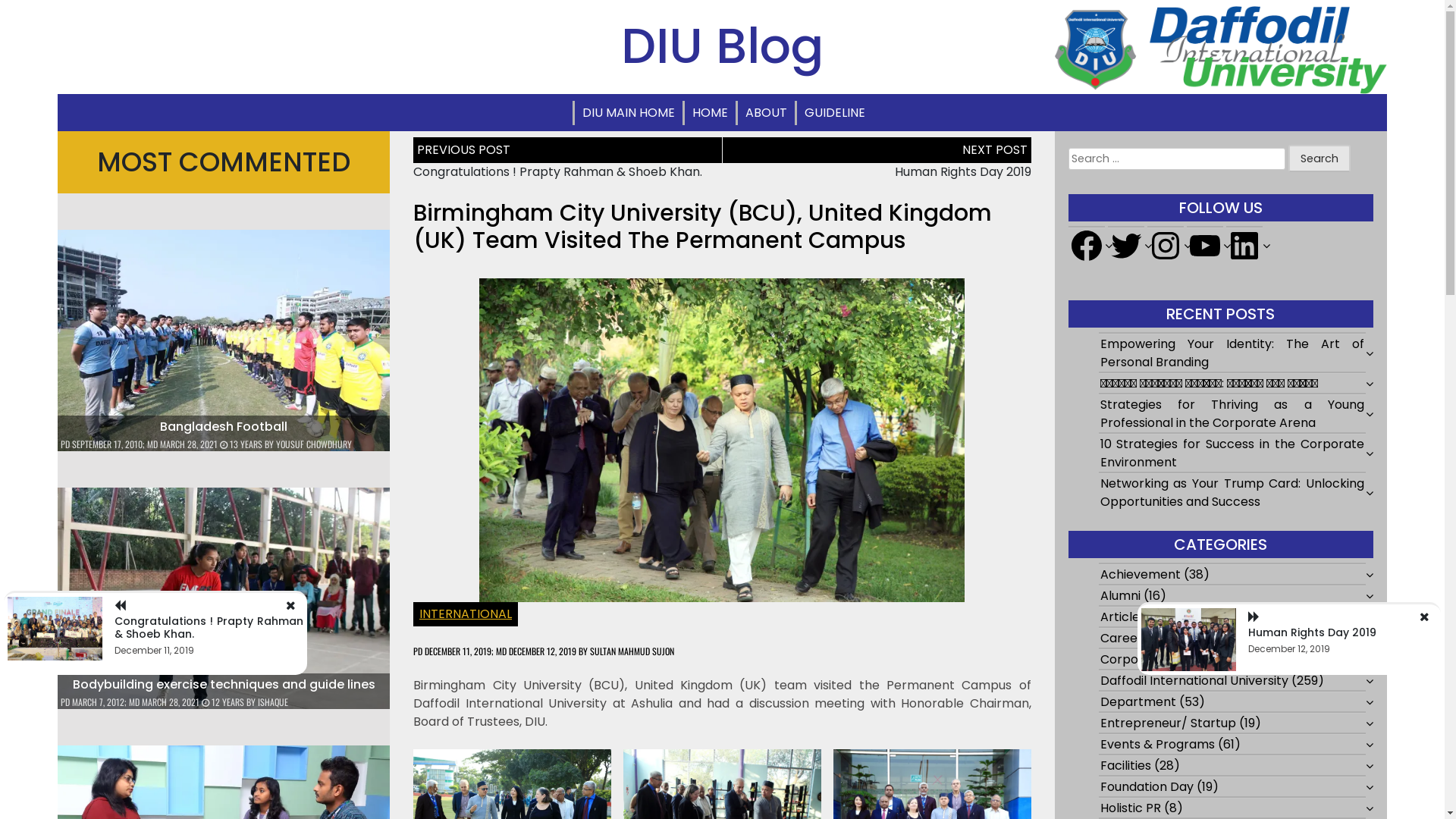 The height and width of the screenshot is (819, 1456). I want to click on 'Corporate', so click(1131, 658).